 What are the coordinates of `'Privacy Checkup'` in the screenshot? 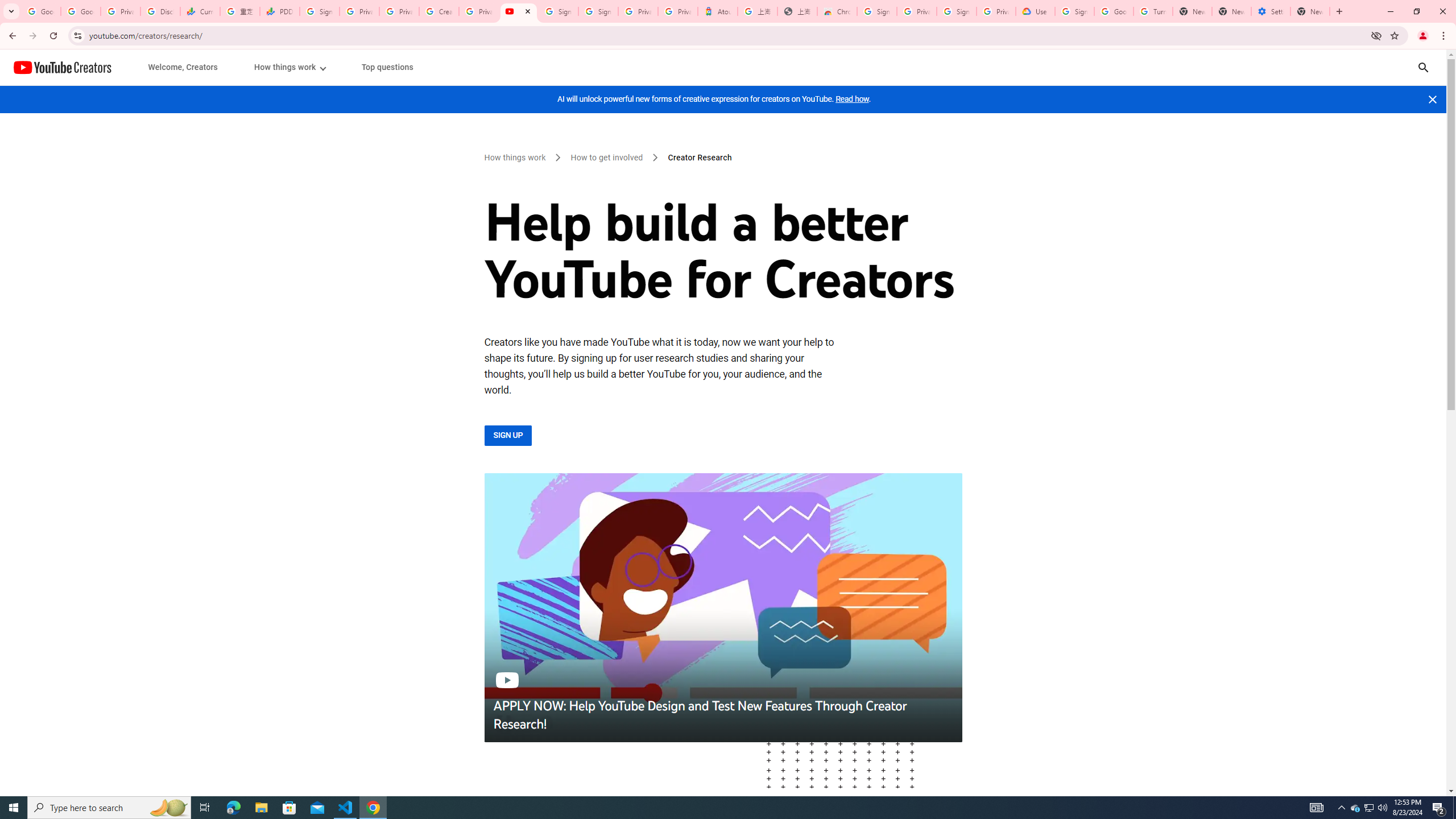 It's located at (399, 11).